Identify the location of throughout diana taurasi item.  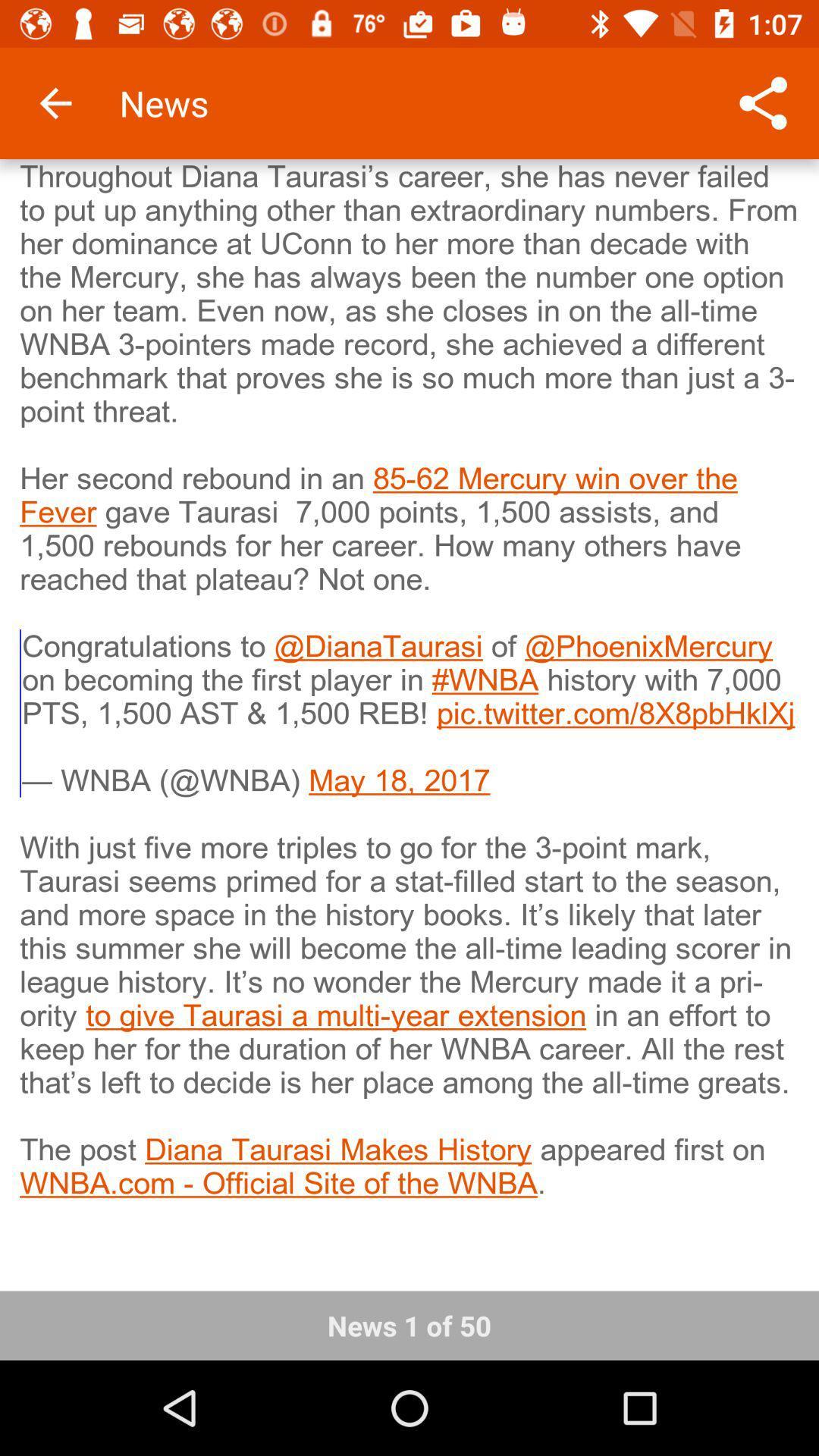
(409, 714).